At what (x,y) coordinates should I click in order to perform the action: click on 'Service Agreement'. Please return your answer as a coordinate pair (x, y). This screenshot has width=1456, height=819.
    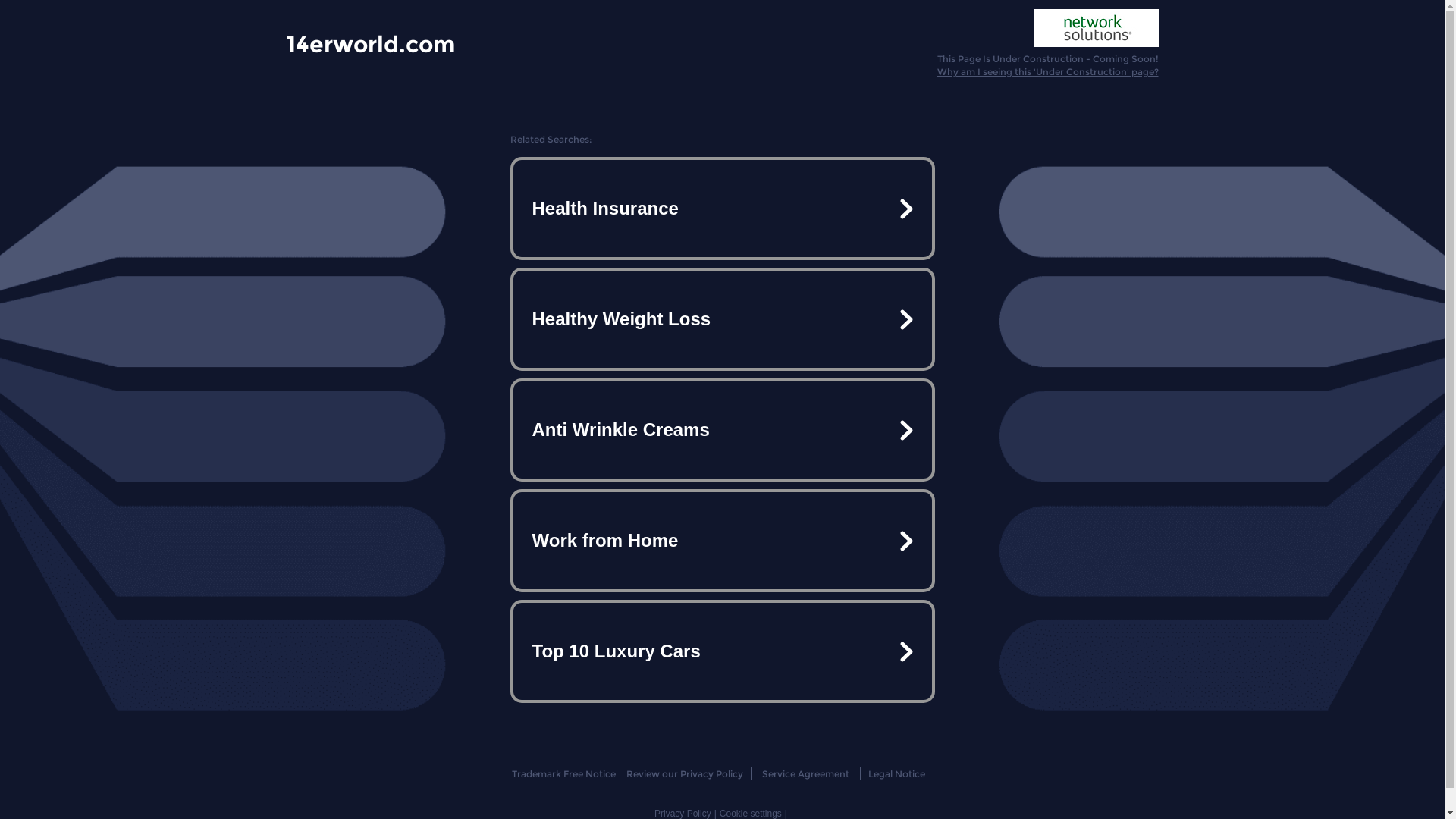
    Looking at the image, I should click on (761, 773).